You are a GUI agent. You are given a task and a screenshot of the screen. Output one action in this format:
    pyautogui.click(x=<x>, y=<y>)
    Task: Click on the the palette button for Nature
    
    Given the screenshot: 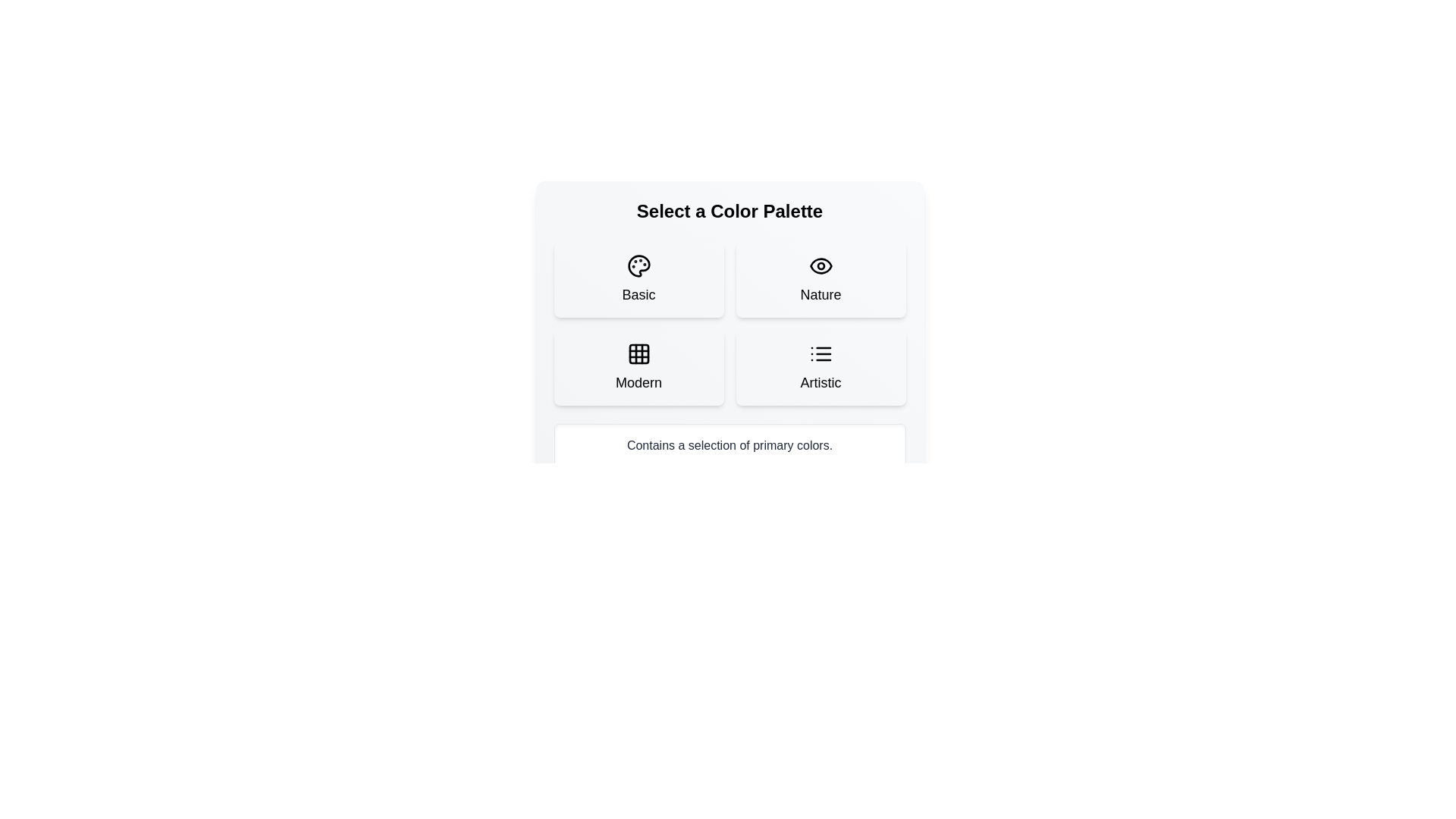 What is the action you would take?
    pyautogui.click(x=820, y=280)
    